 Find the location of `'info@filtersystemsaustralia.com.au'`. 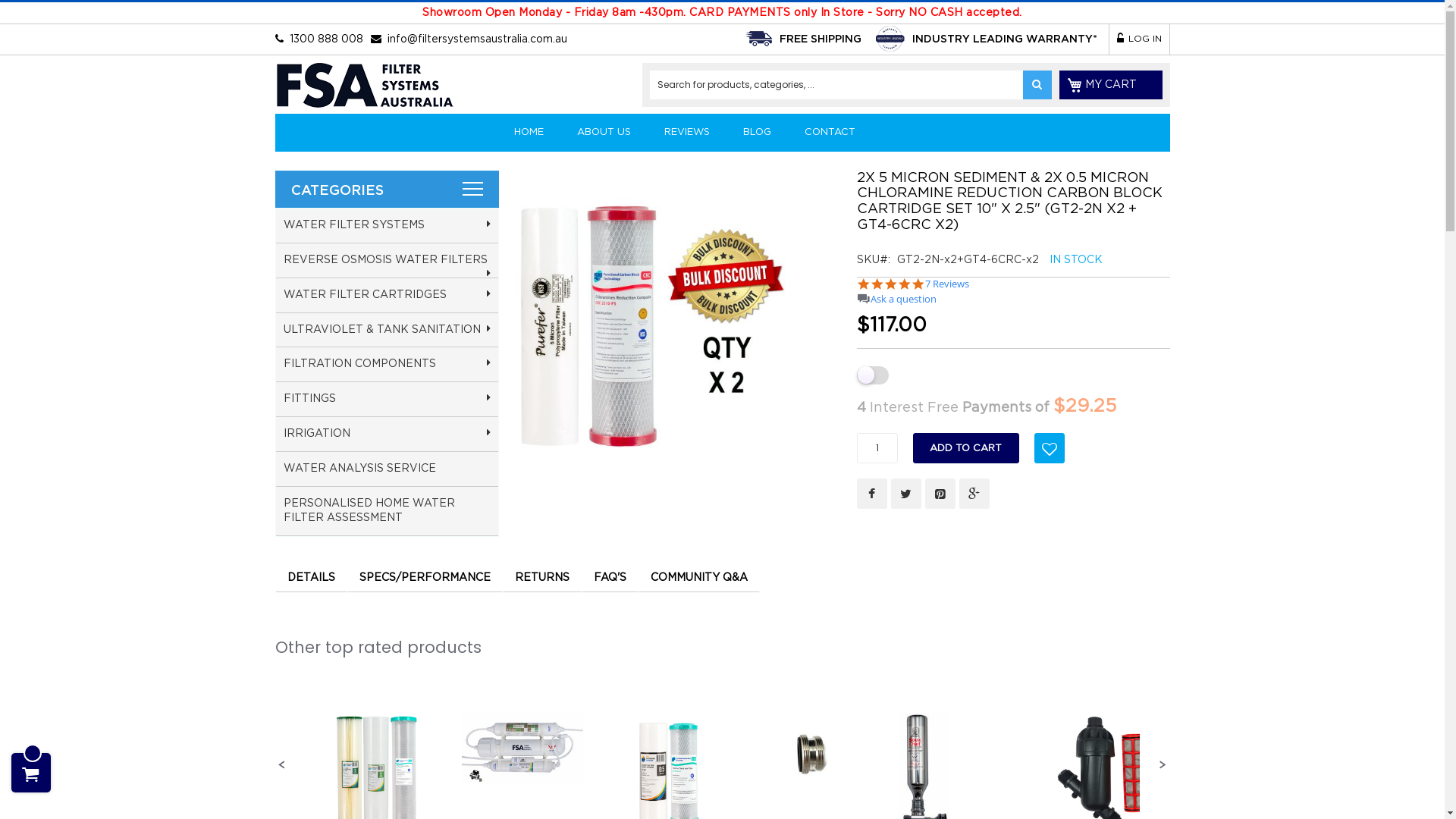

'info@filtersystemsaustralia.com.au' is located at coordinates (475, 38).